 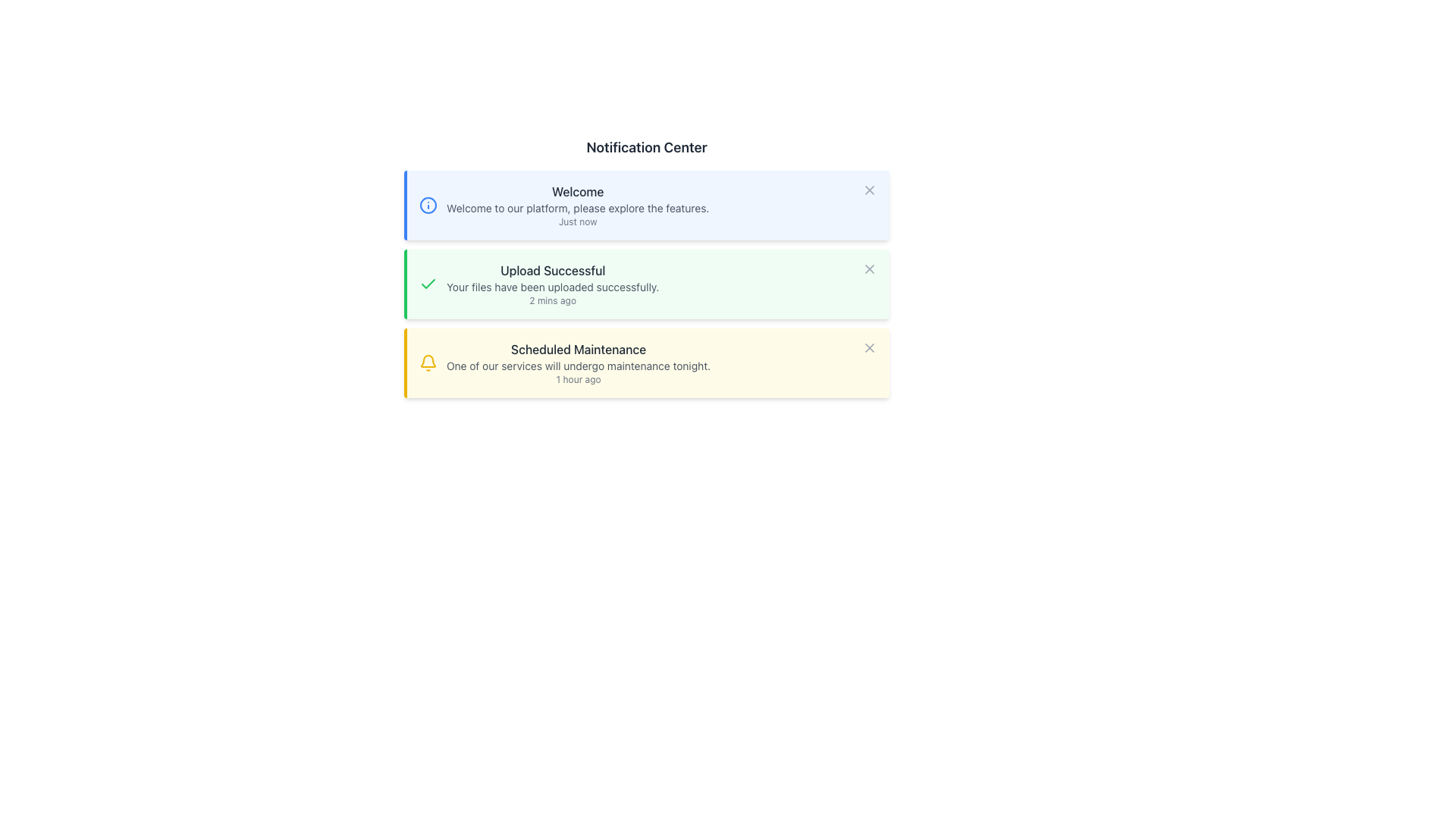 I want to click on the small gray 'X' icon button located on the far right of the blue notification box with the header 'Welcome' to change its appearance, so click(x=870, y=189).